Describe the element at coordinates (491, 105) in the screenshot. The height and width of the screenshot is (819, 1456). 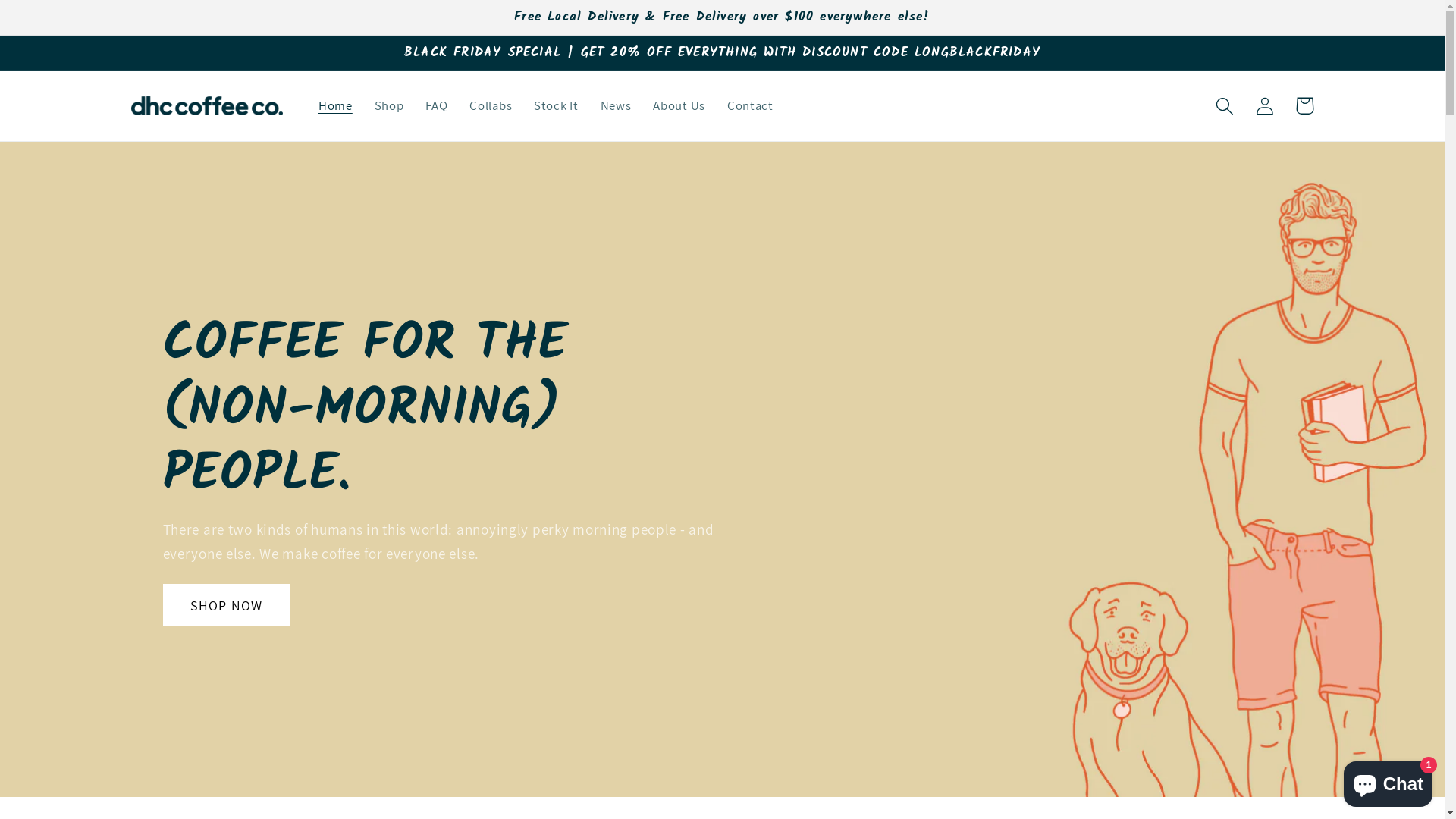
I see `'Collabs'` at that location.